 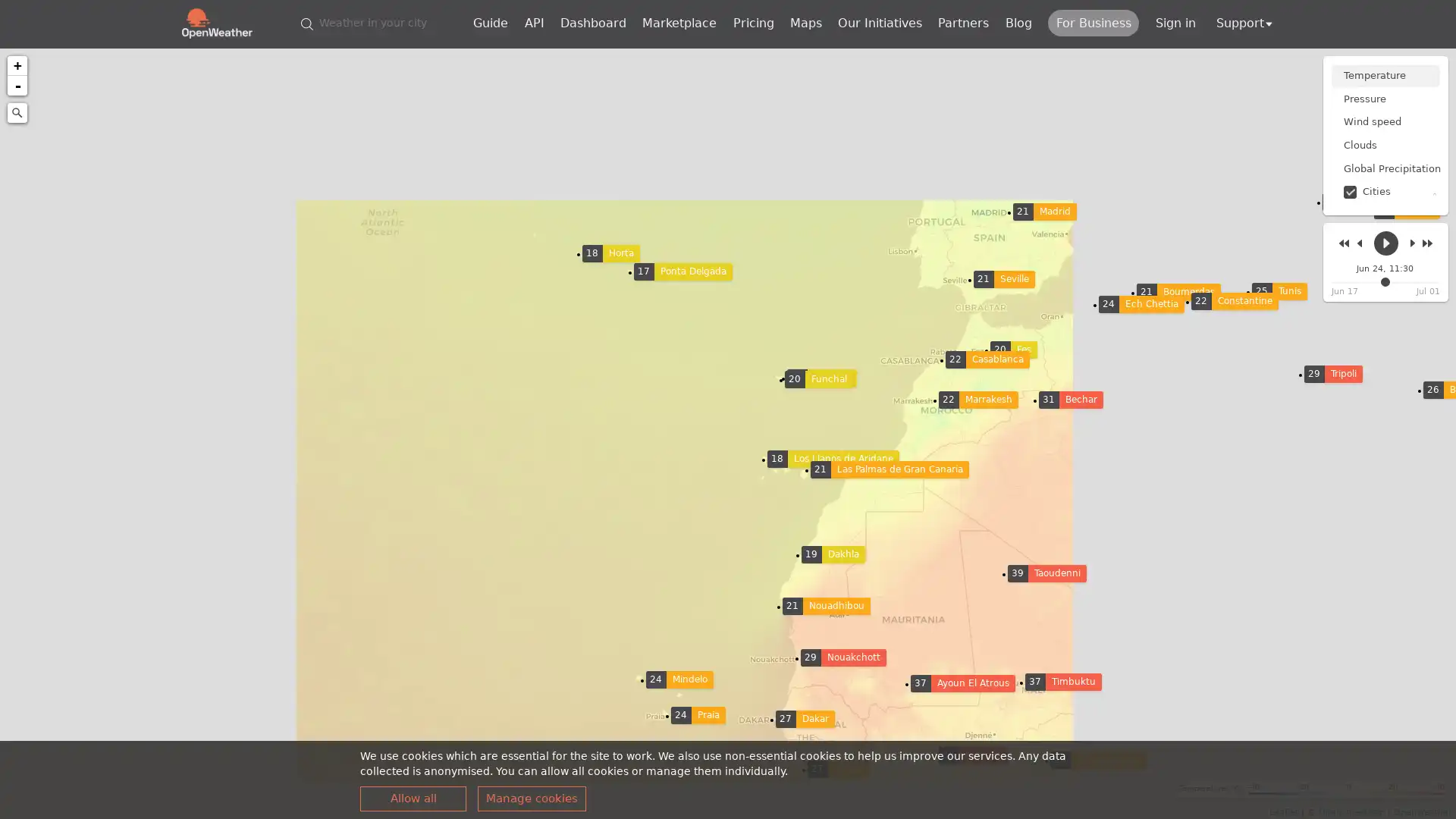 I want to click on Allow all, so click(x=413, y=798).